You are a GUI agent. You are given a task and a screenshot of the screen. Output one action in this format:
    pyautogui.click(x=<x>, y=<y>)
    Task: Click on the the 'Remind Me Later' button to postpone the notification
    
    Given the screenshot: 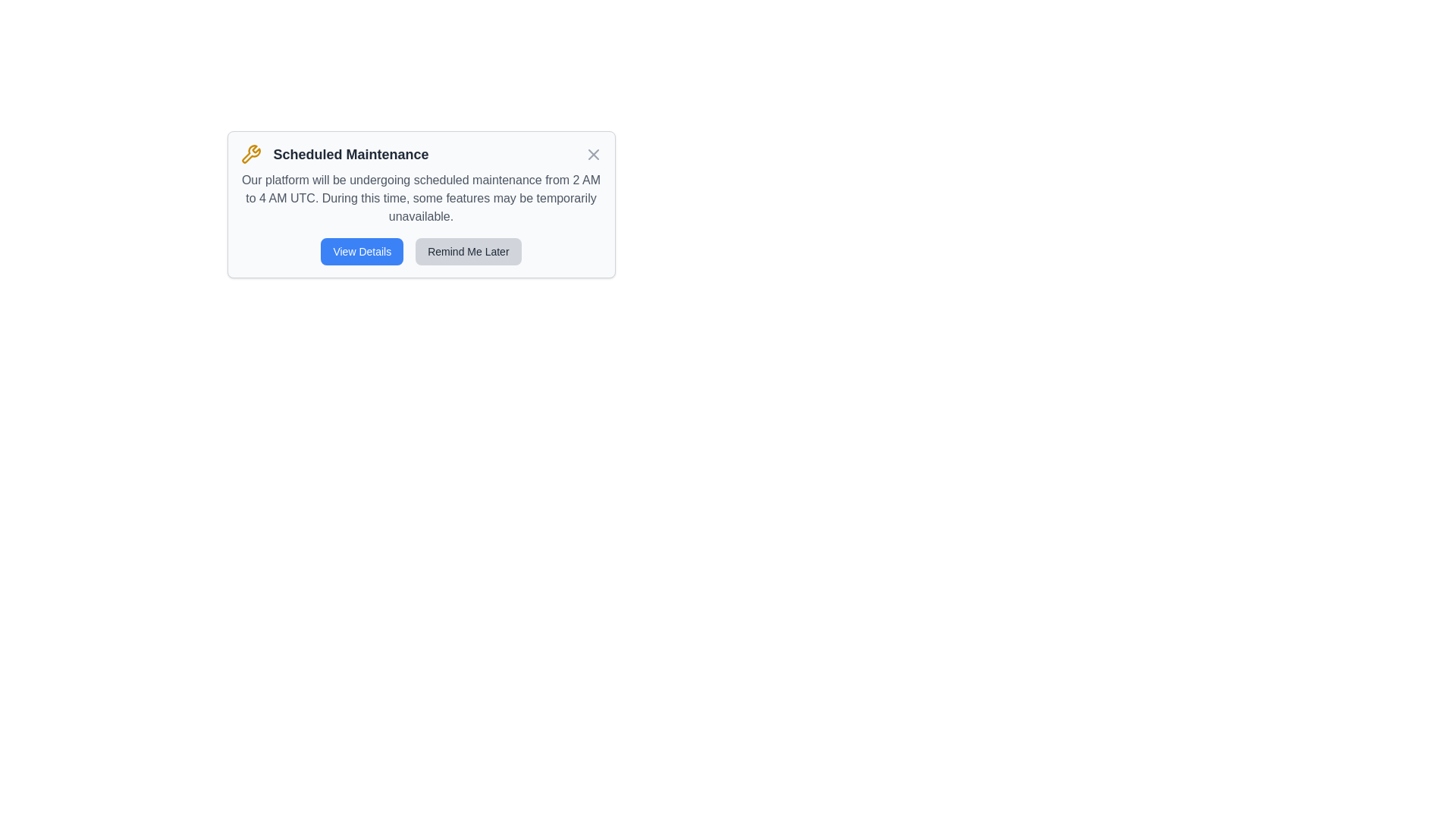 What is the action you would take?
    pyautogui.click(x=467, y=250)
    